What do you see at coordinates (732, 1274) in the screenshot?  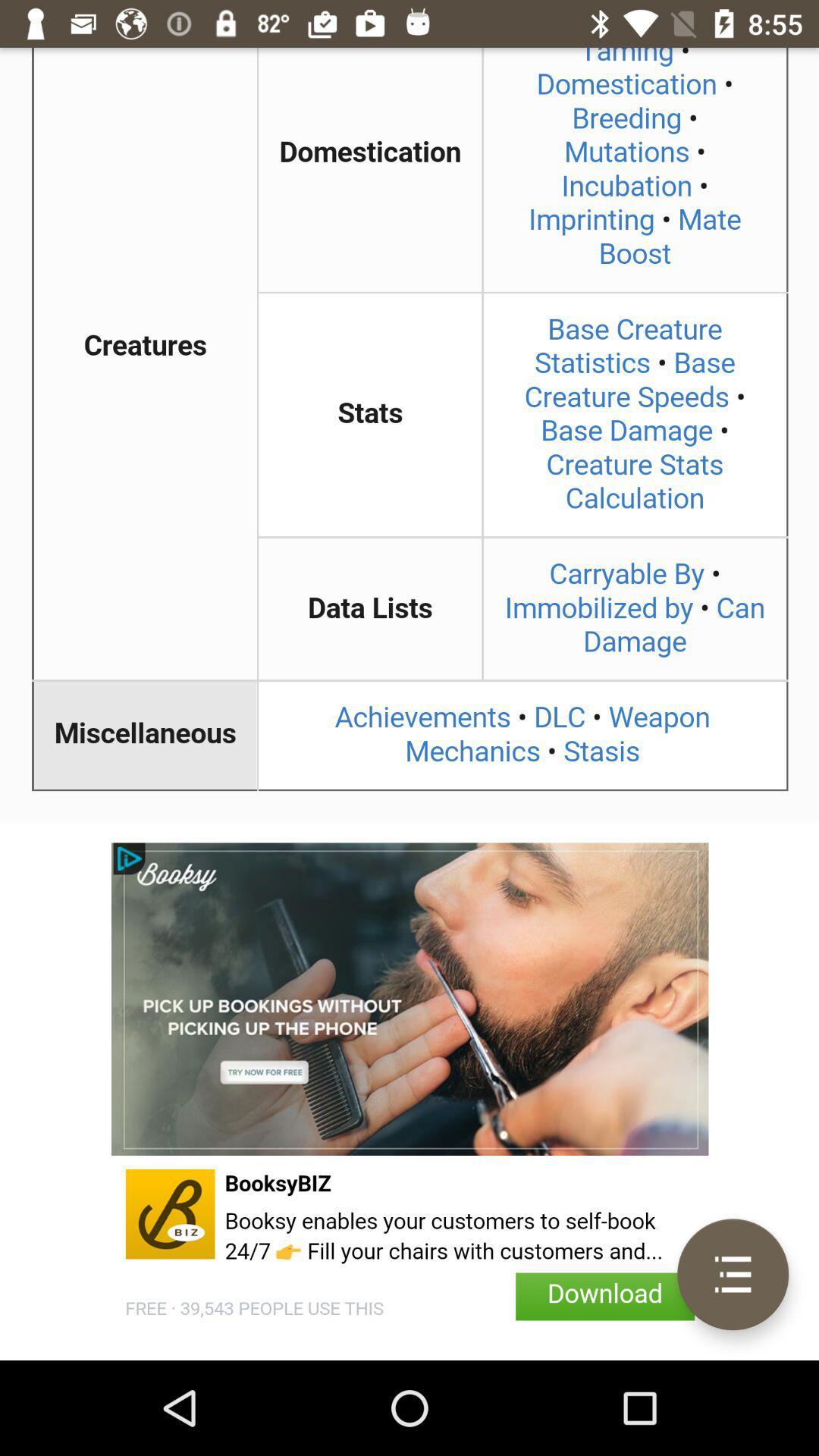 I see `the list icon` at bounding box center [732, 1274].